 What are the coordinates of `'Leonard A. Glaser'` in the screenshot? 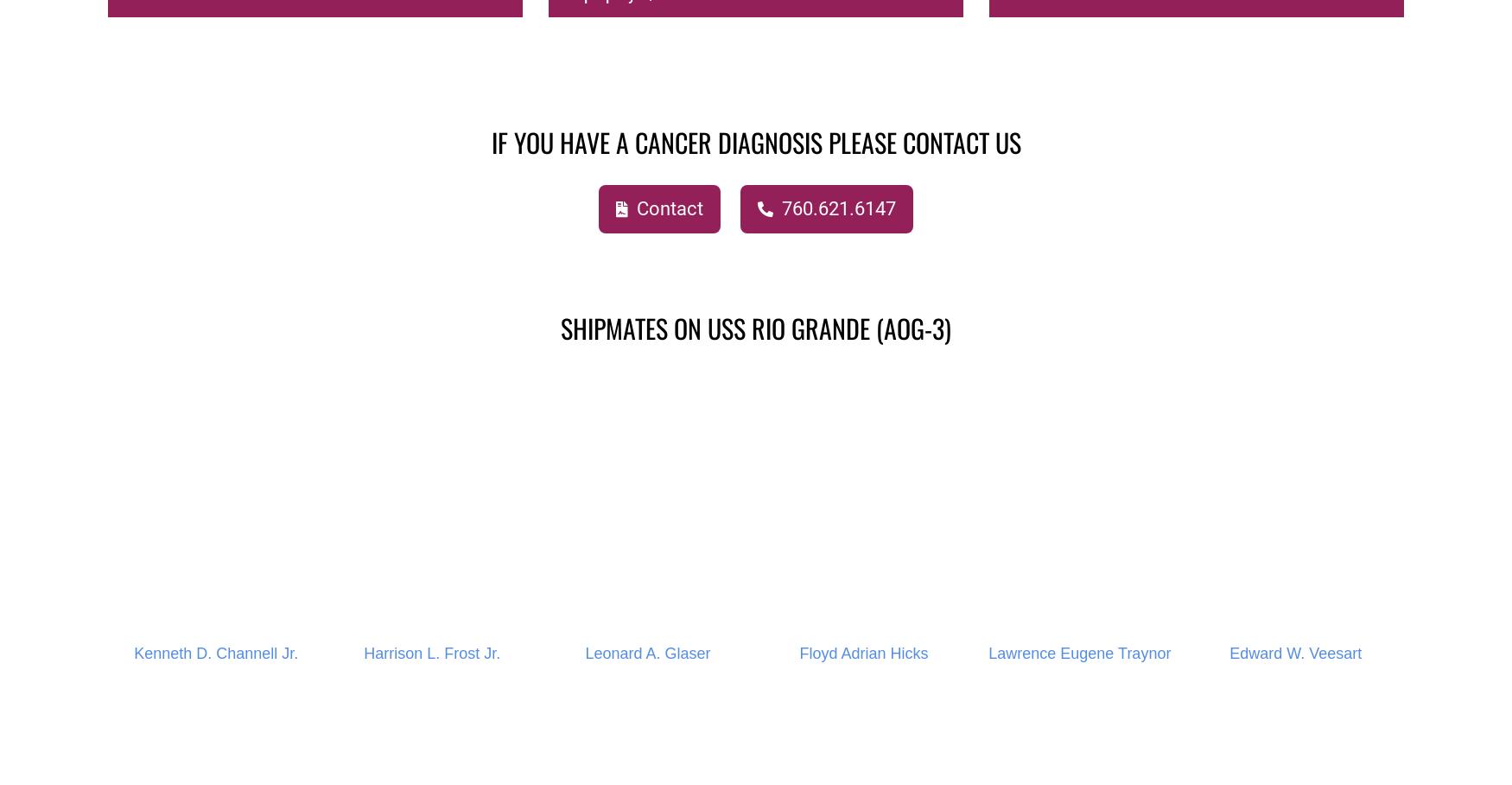 It's located at (584, 653).